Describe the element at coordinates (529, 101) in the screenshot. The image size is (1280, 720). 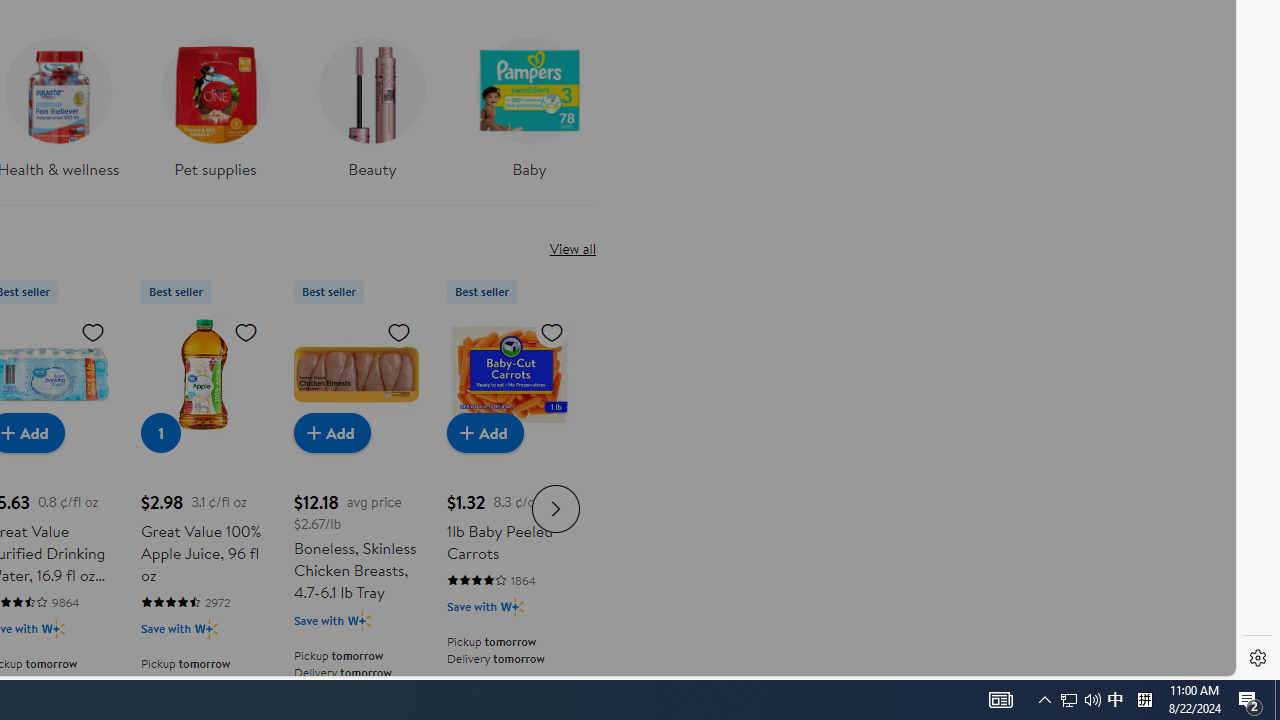
I see `'Baby'` at that location.